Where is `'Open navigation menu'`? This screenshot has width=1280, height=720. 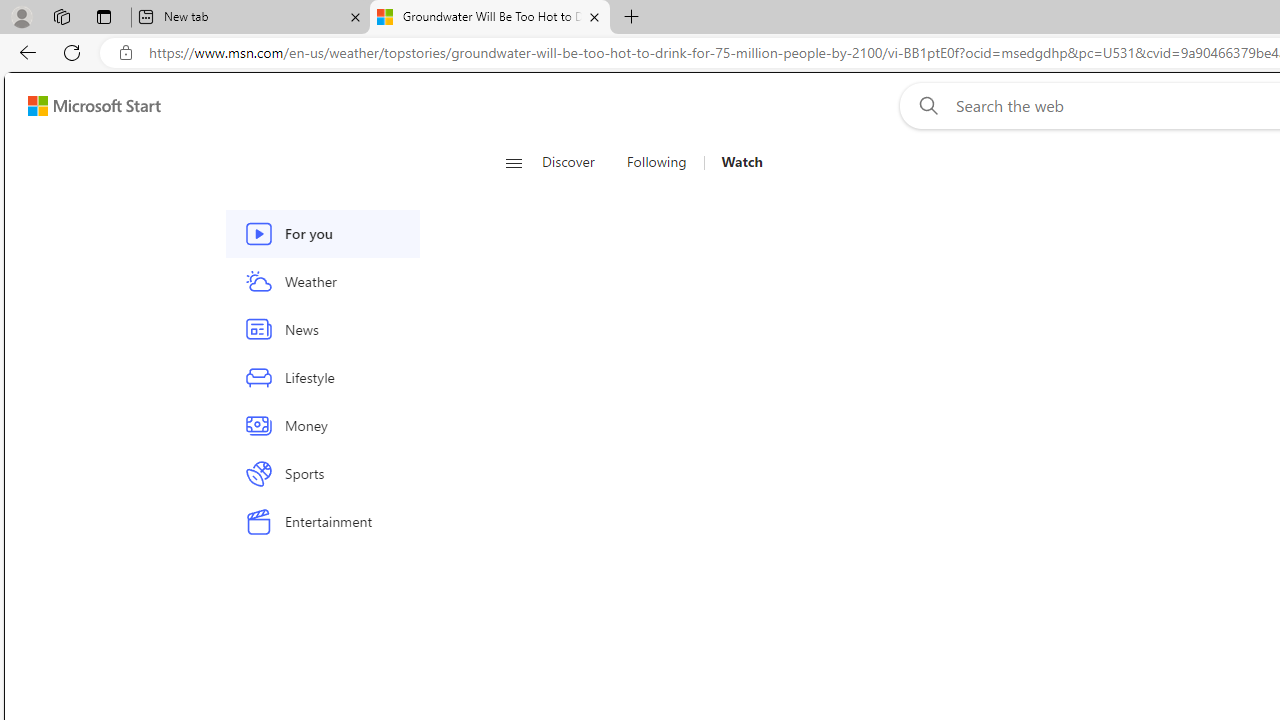
'Open navigation menu' is located at coordinates (513, 162).